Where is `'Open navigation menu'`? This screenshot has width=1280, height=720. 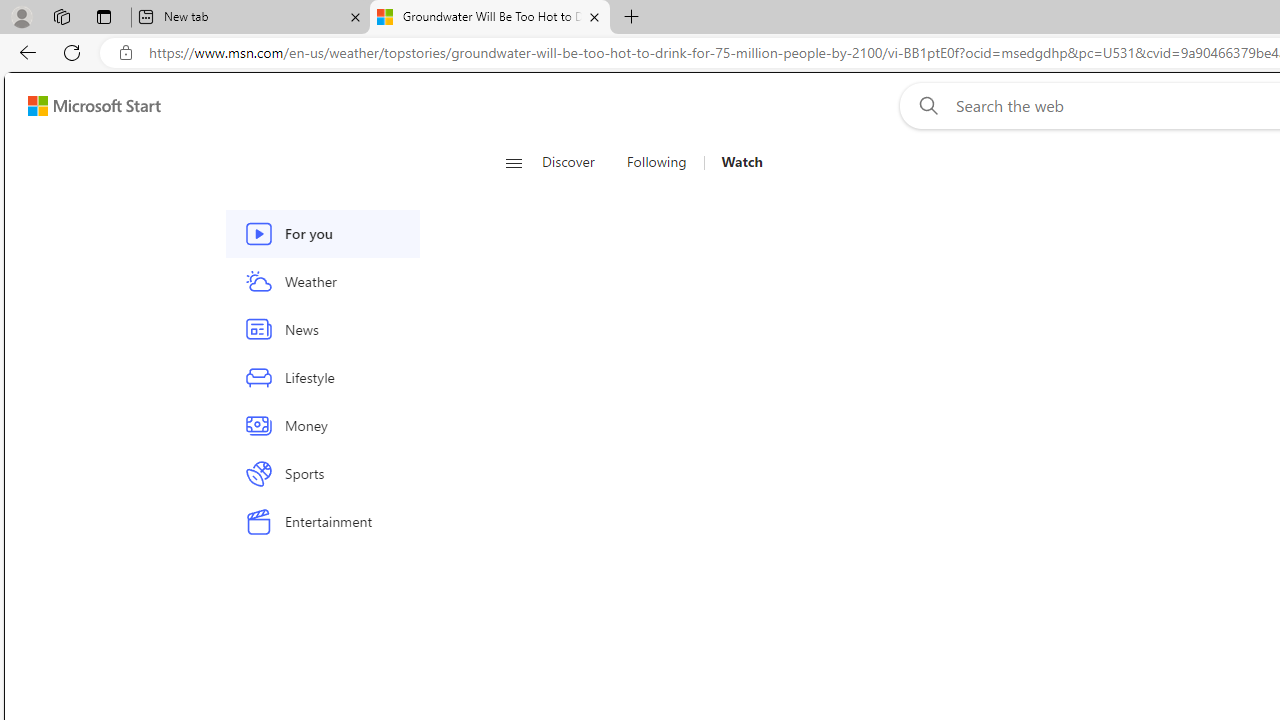
'Open navigation menu' is located at coordinates (513, 162).